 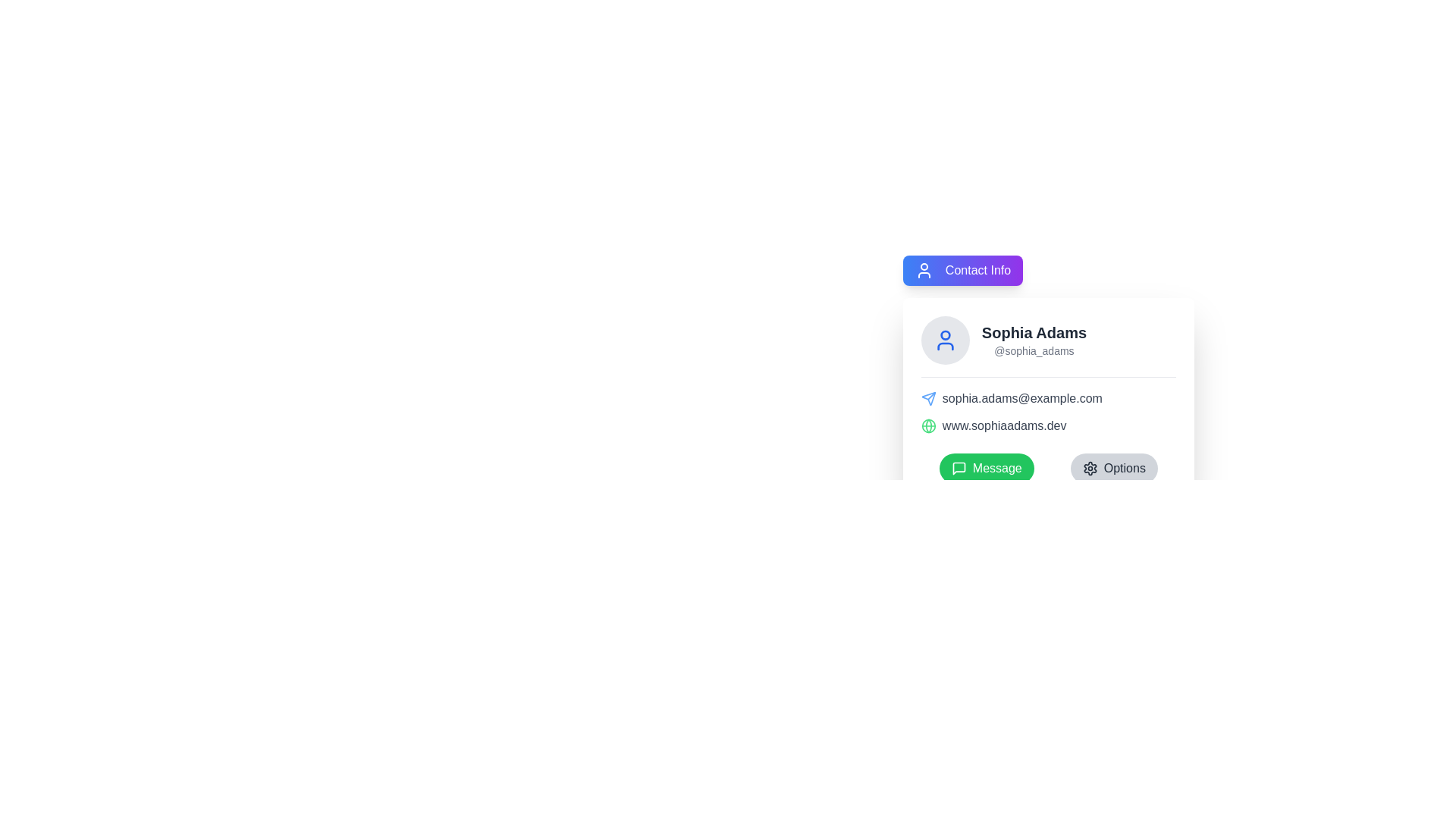 What do you see at coordinates (927, 426) in the screenshot?
I see `the small circular green globe SVG icon located to the left of the text link 'www.sophiaadams.dev'` at bounding box center [927, 426].